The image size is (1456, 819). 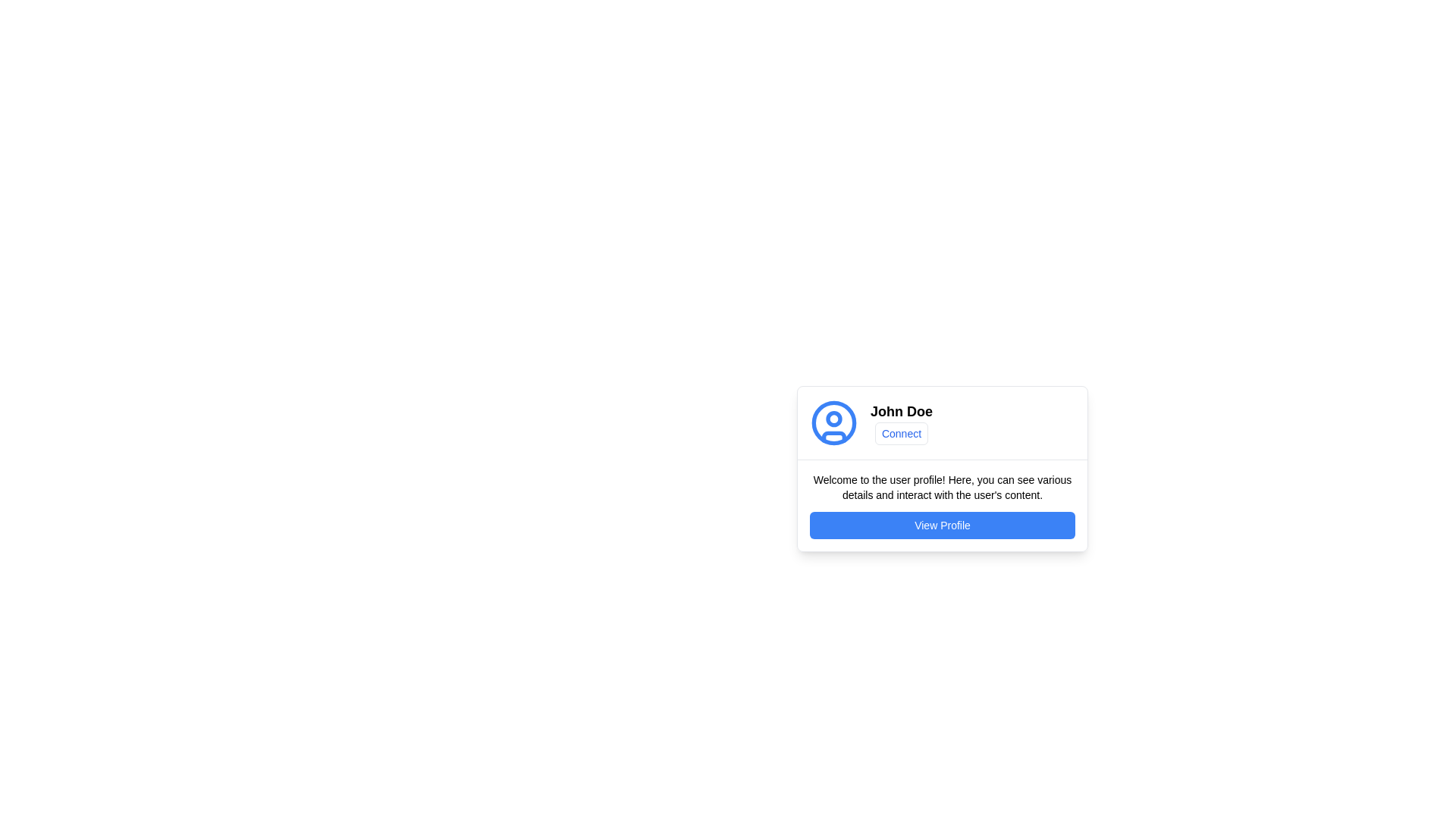 I want to click on the circular graphic representation with a blue outline located within the user avatar graphic, which is positioned to the left of the user name 'John Doe' and above the 'Connect' button, so click(x=833, y=423).